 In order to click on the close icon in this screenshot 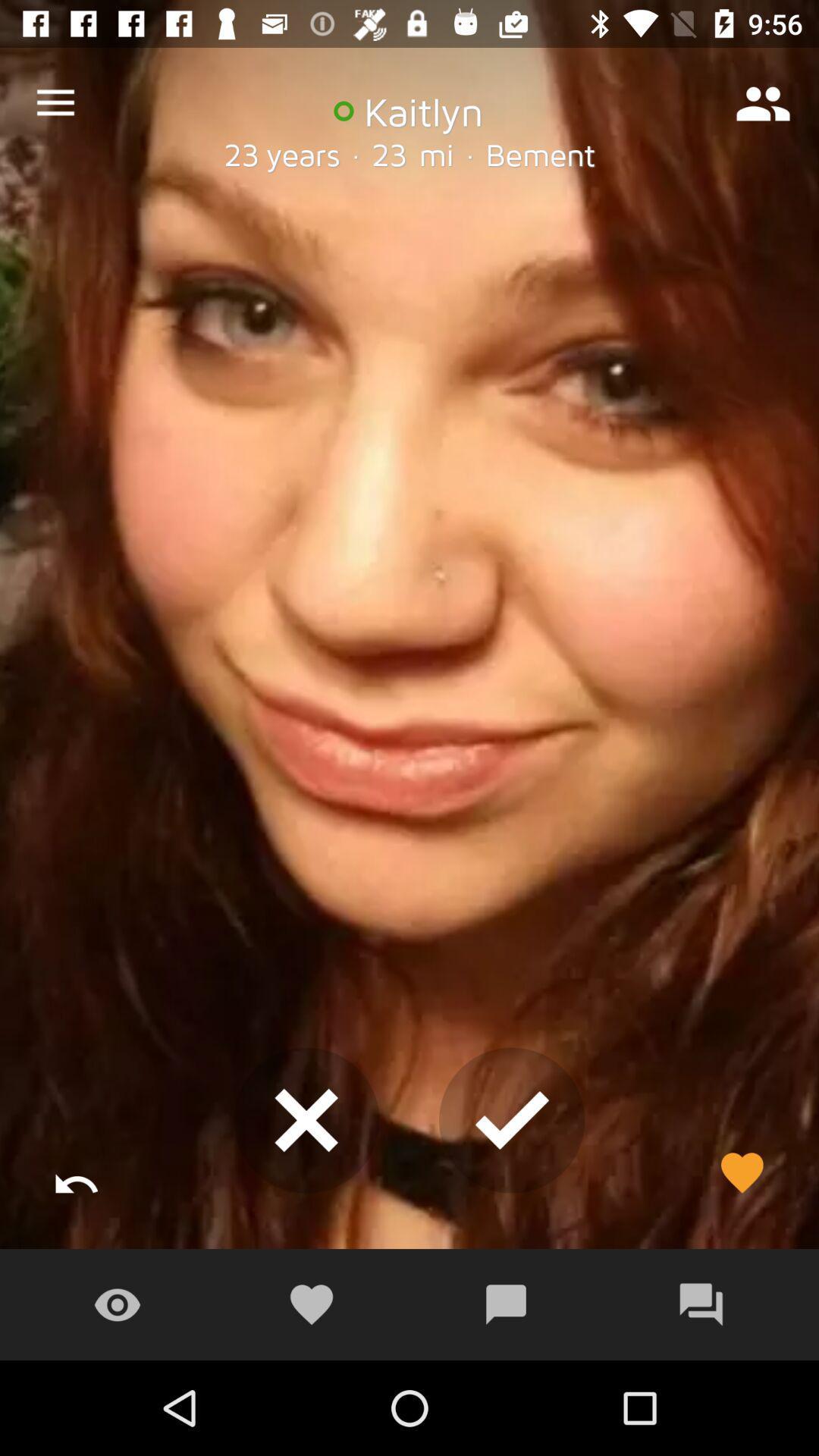, I will do `click(306, 1120)`.